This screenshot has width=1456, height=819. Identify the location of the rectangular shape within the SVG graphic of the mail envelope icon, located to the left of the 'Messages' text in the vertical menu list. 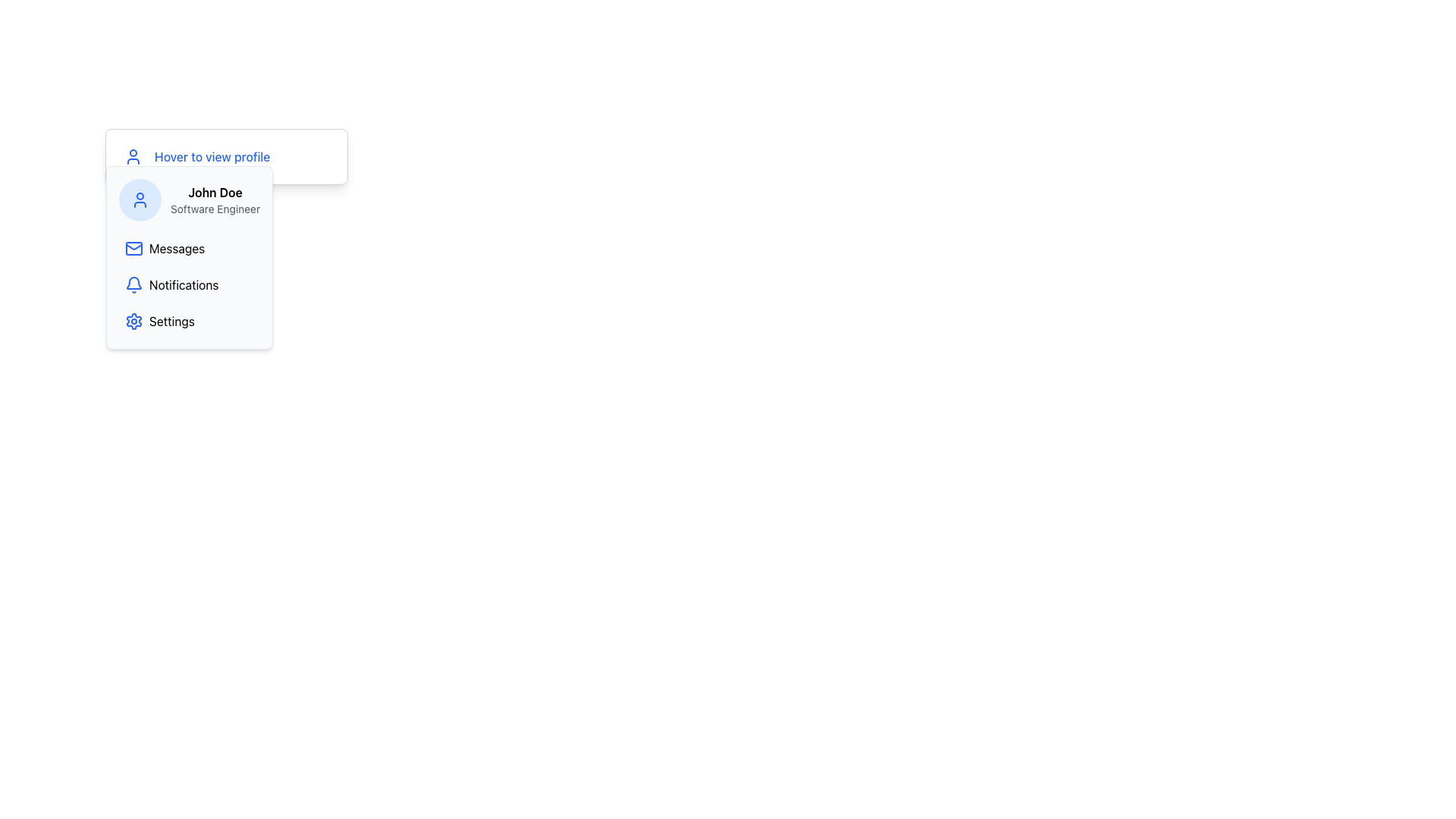
(134, 247).